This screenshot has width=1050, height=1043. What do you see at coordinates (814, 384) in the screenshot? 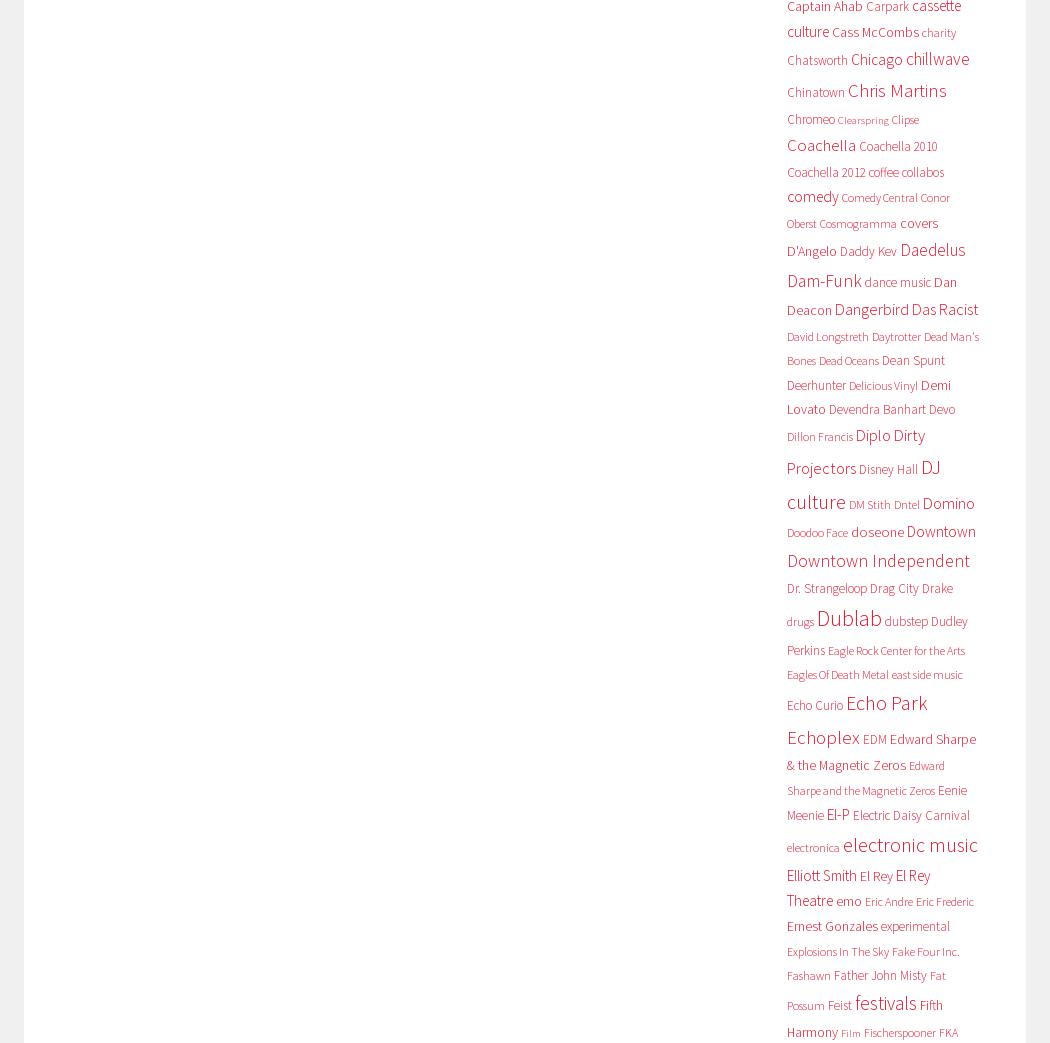
I see `'Deerhunter'` at bounding box center [814, 384].